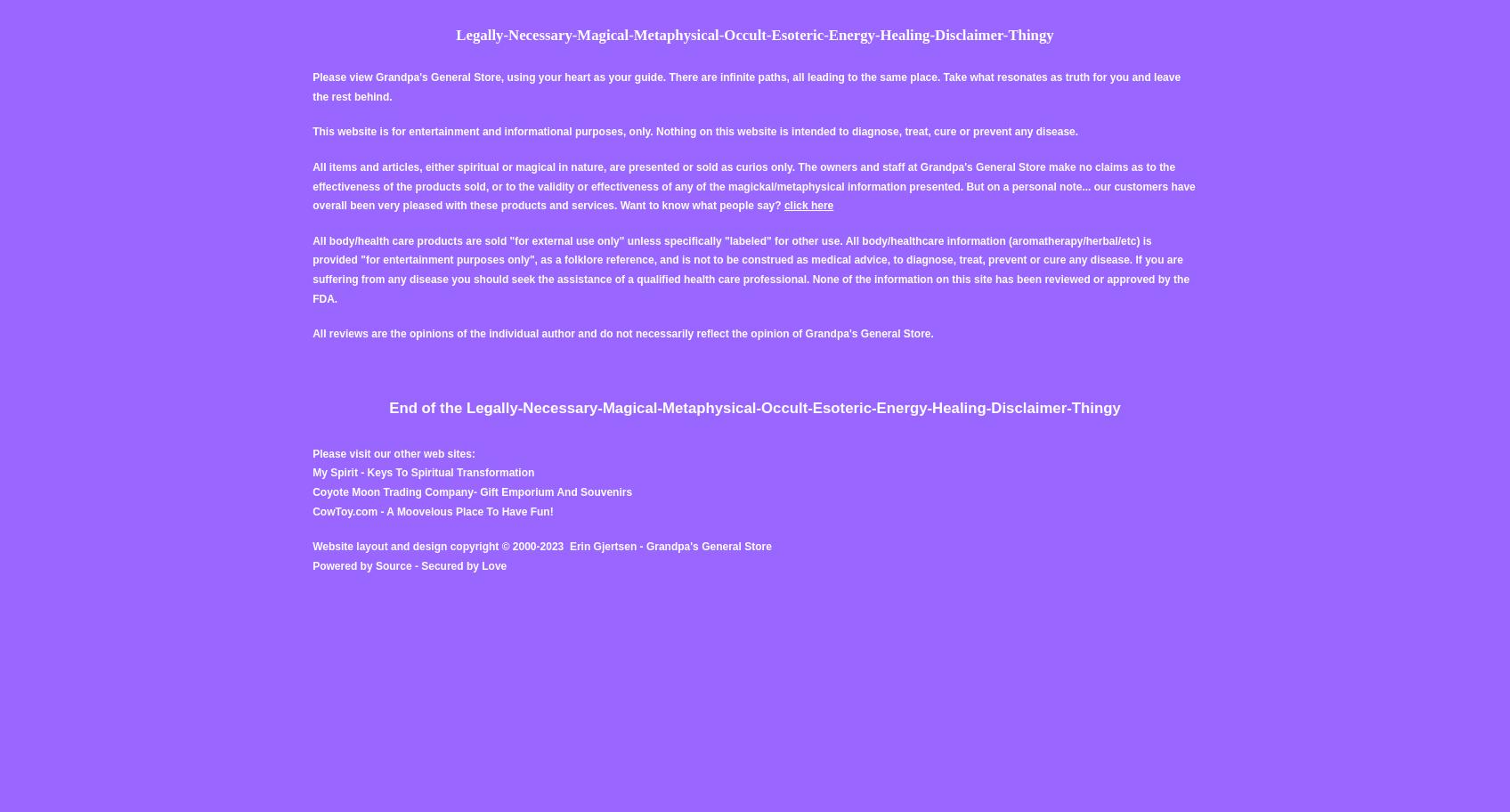 Image resolution: width=1510 pixels, height=812 pixels. What do you see at coordinates (753, 34) in the screenshot?
I see `'Legally-Necessary-Magical-Metaphysical-Occult-Esoteric-Energy-Healing-Disclaimer-Thingy'` at bounding box center [753, 34].